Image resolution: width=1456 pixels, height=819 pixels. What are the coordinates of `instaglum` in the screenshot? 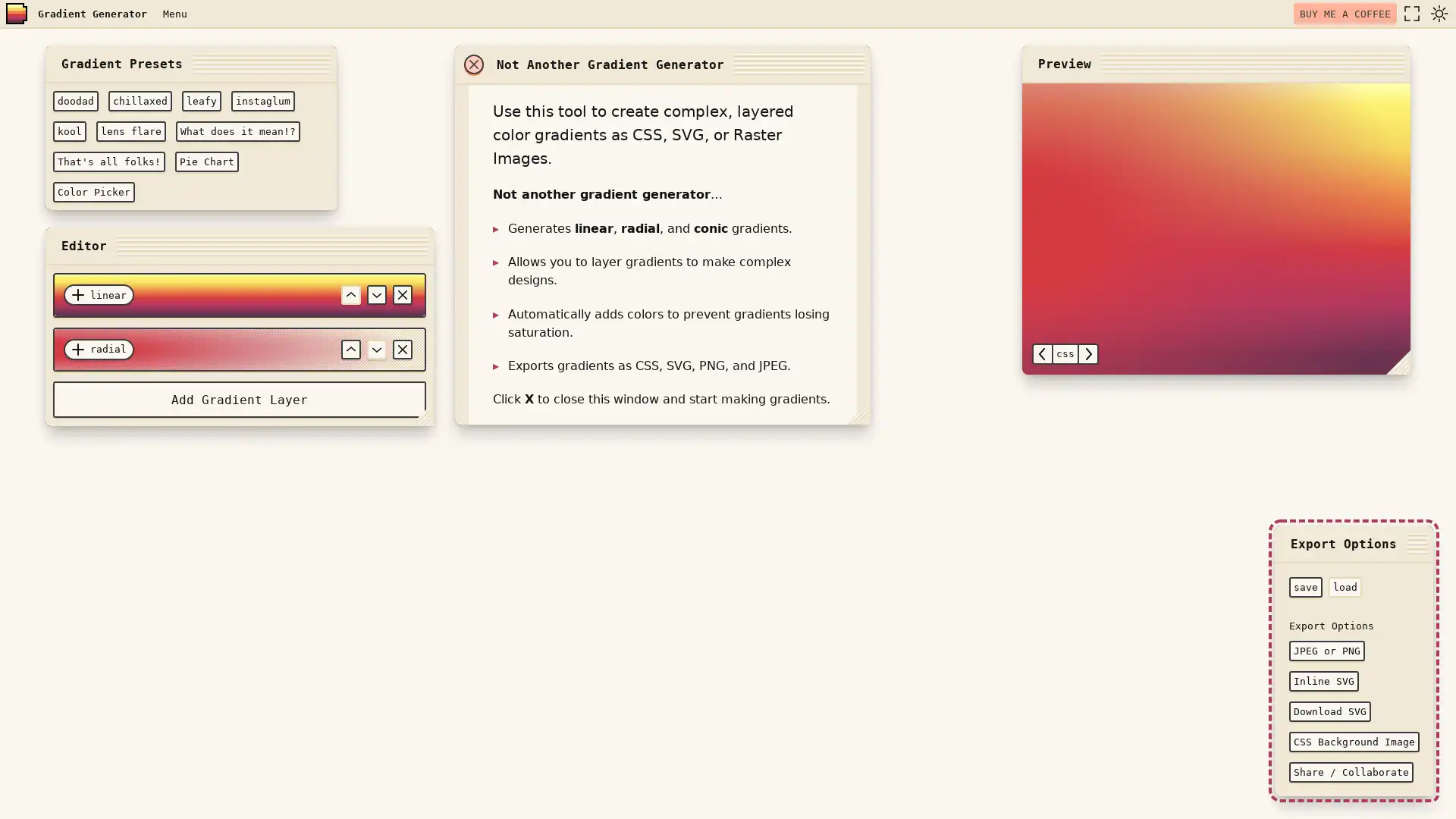 It's located at (262, 101).